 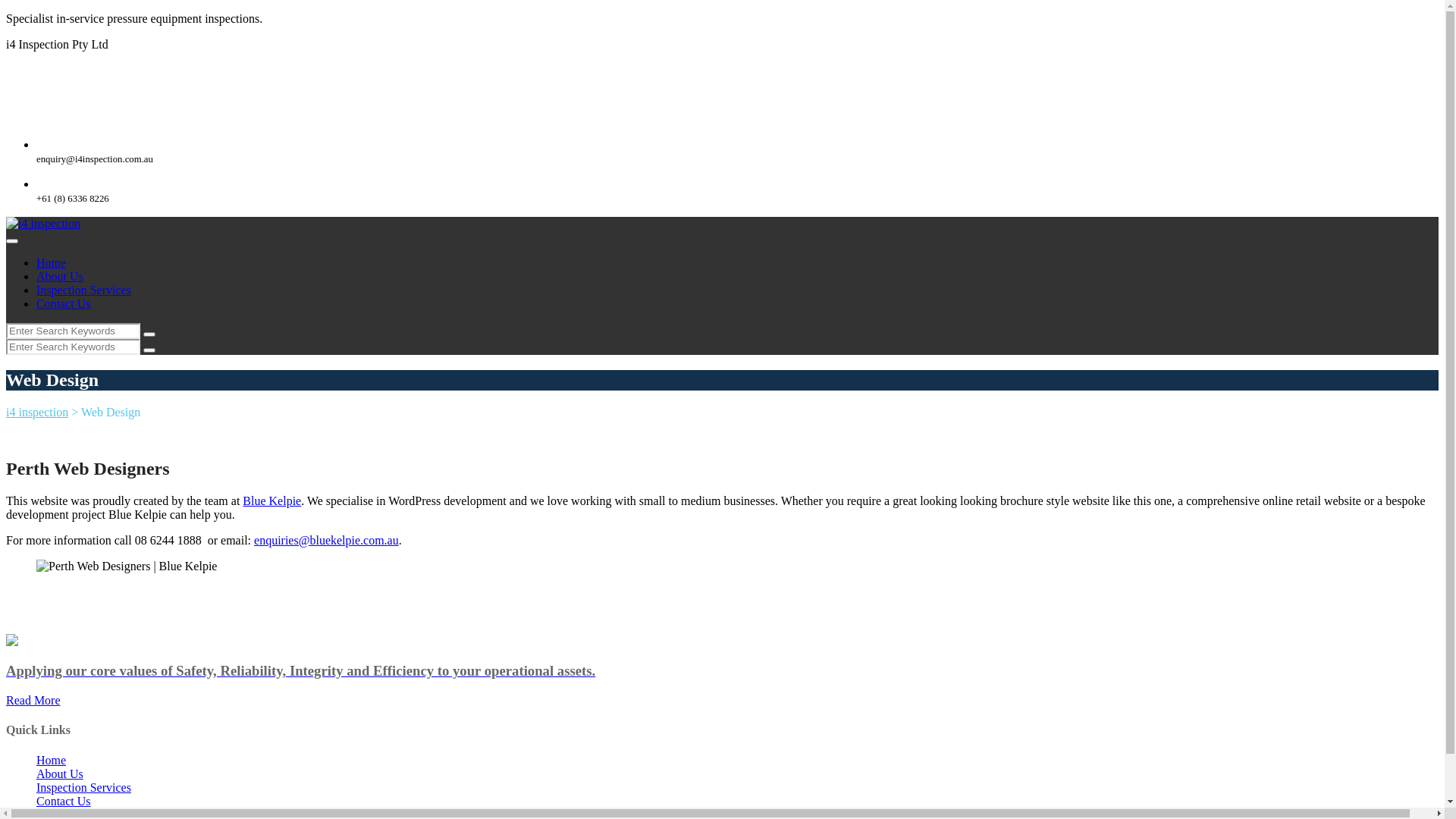 What do you see at coordinates (62, 800) in the screenshot?
I see `'Contact Us'` at bounding box center [62, 800].